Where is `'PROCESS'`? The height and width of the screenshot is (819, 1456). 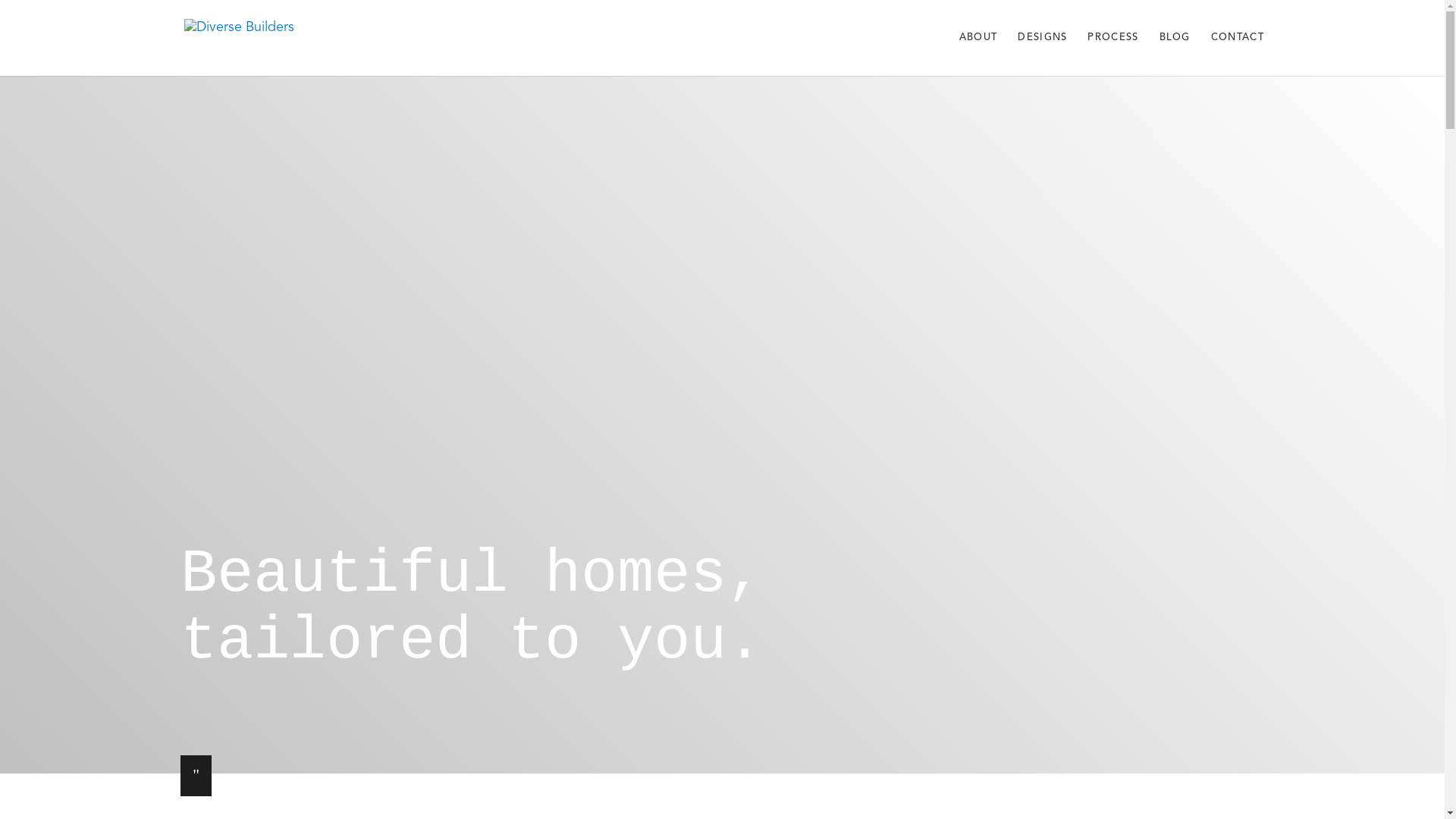 'PROCESS' is located at coordinates (1112, 53).